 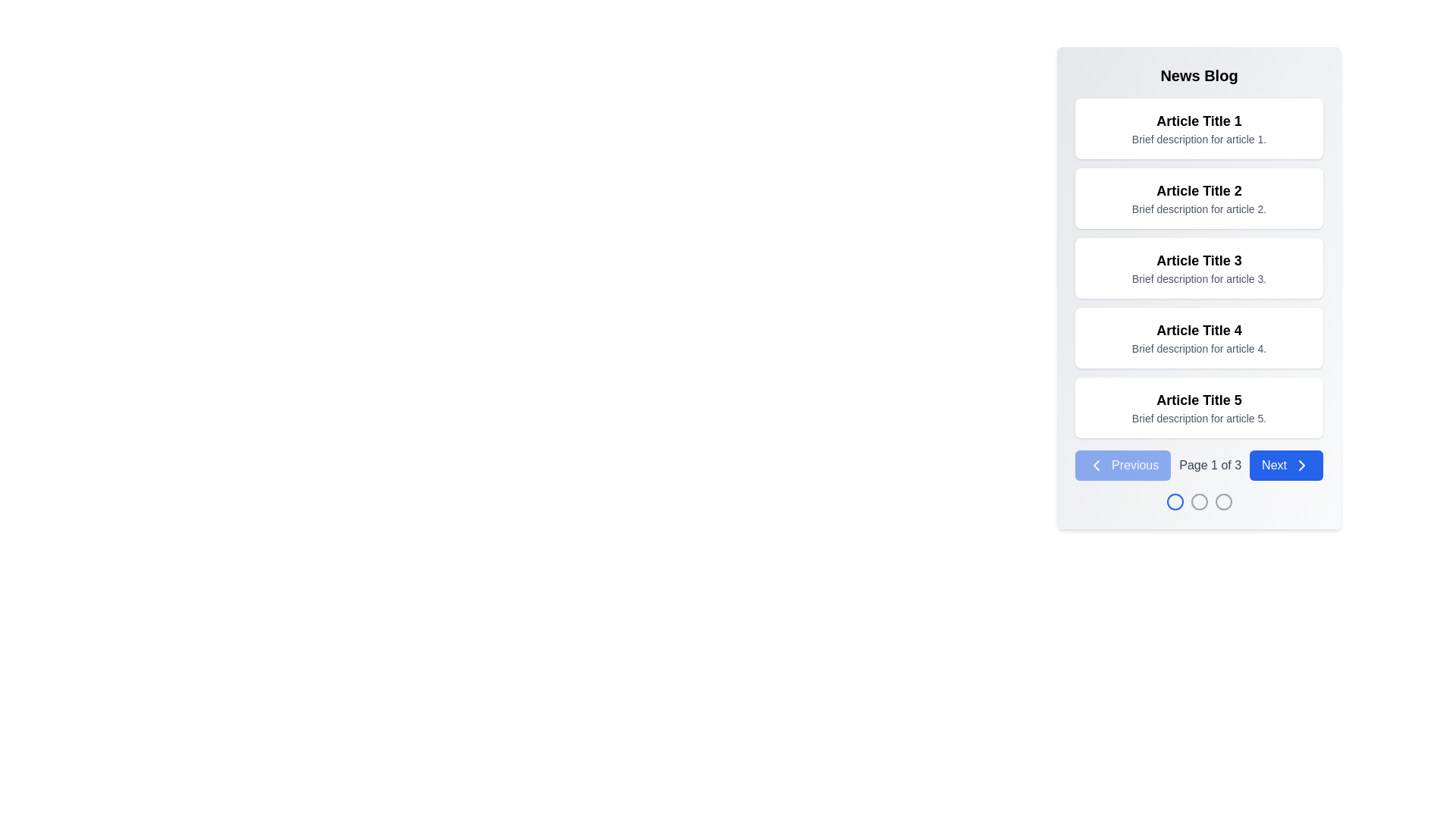 What do you see at coordinates (1285, 464) in the screenshot?
I see `the 'Next' button, which is a rectangular button with white text on a blue background and a right-pointing chevron icon` at bounding box center [1285, 464].